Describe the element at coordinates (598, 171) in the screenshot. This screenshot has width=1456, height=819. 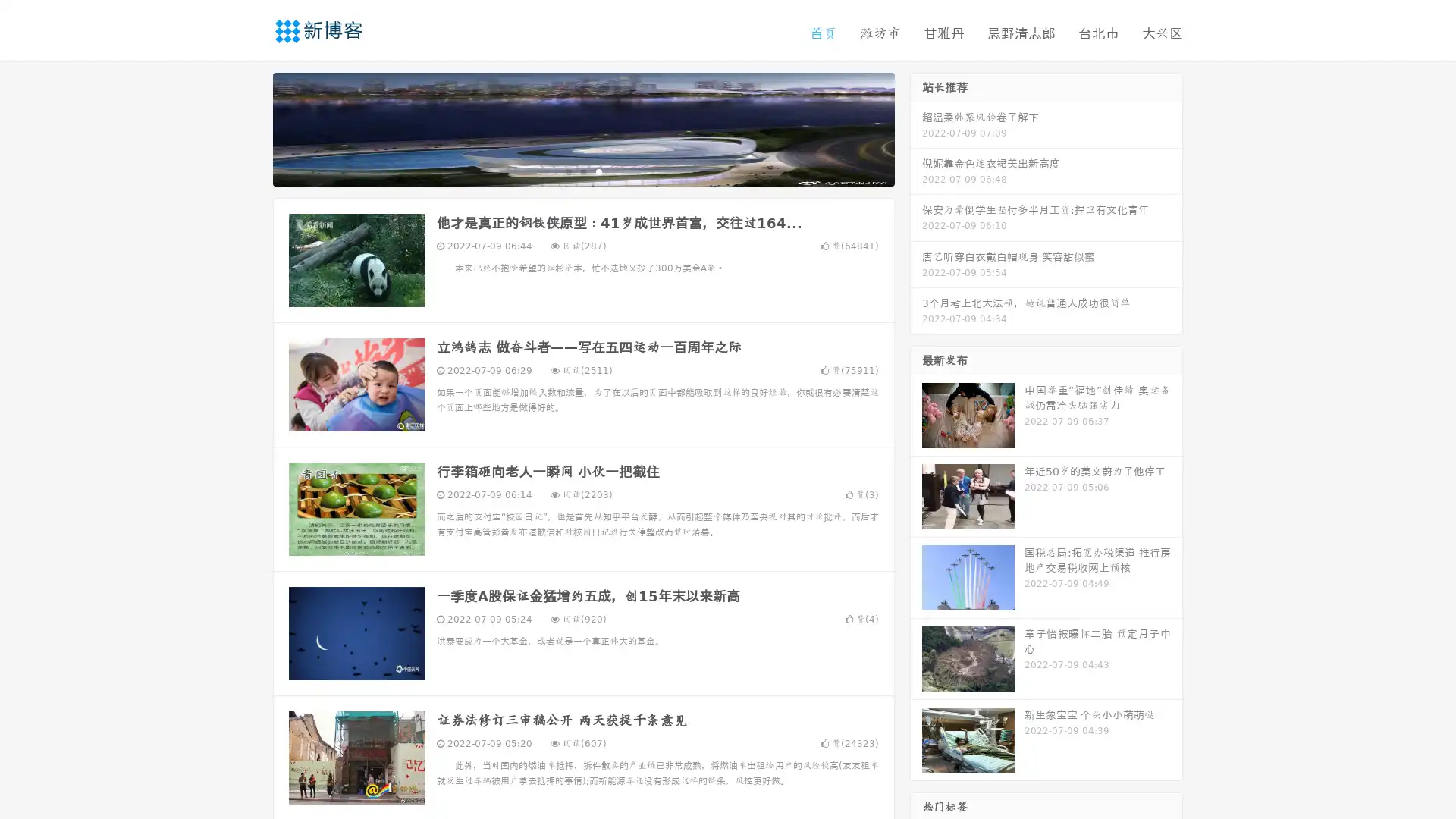
I see `Go to slide 3` at that location.